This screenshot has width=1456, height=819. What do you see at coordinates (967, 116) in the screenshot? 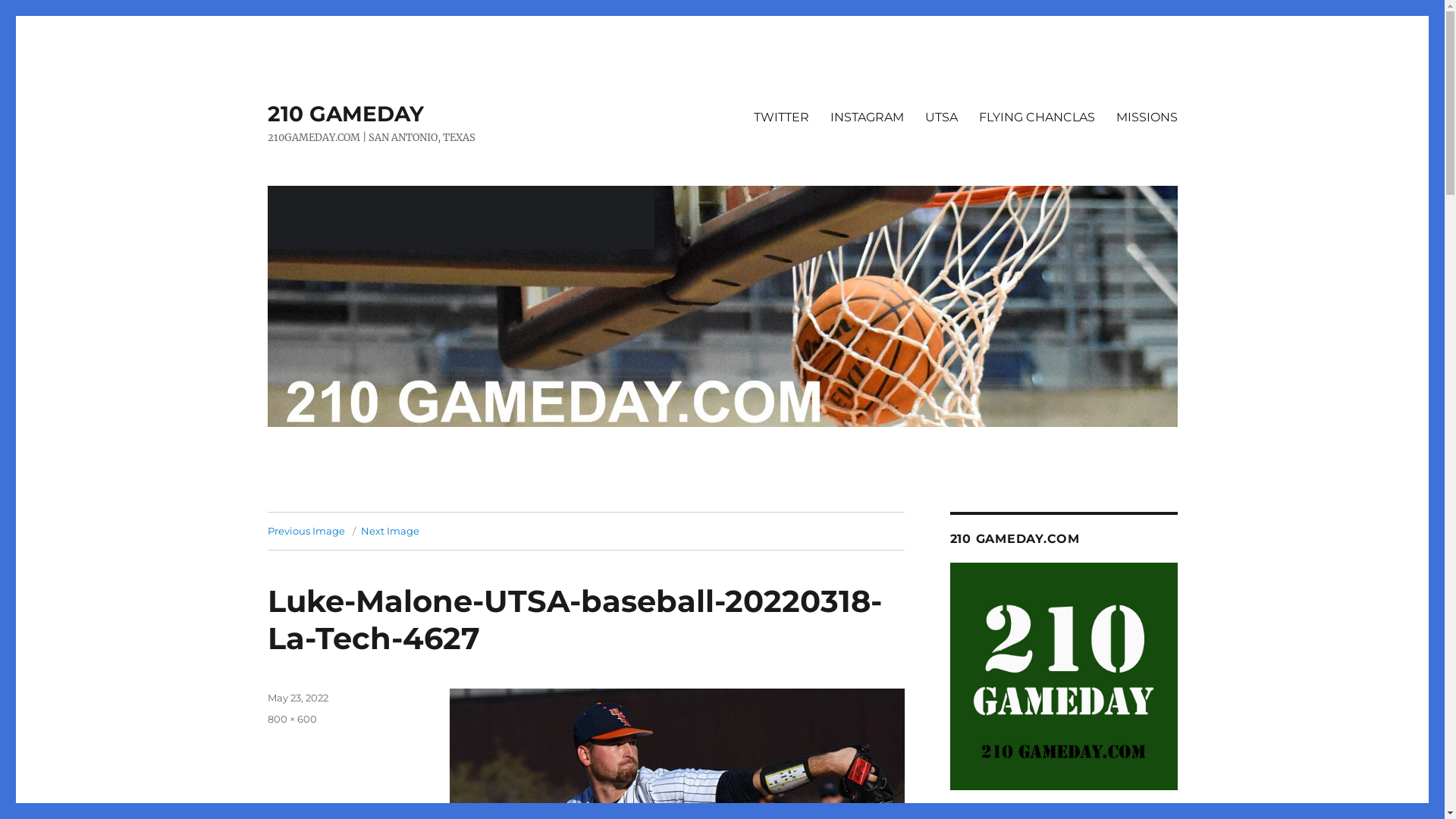
I see `'FLYING CHANCLAS'` at bounding box center [967, 116].